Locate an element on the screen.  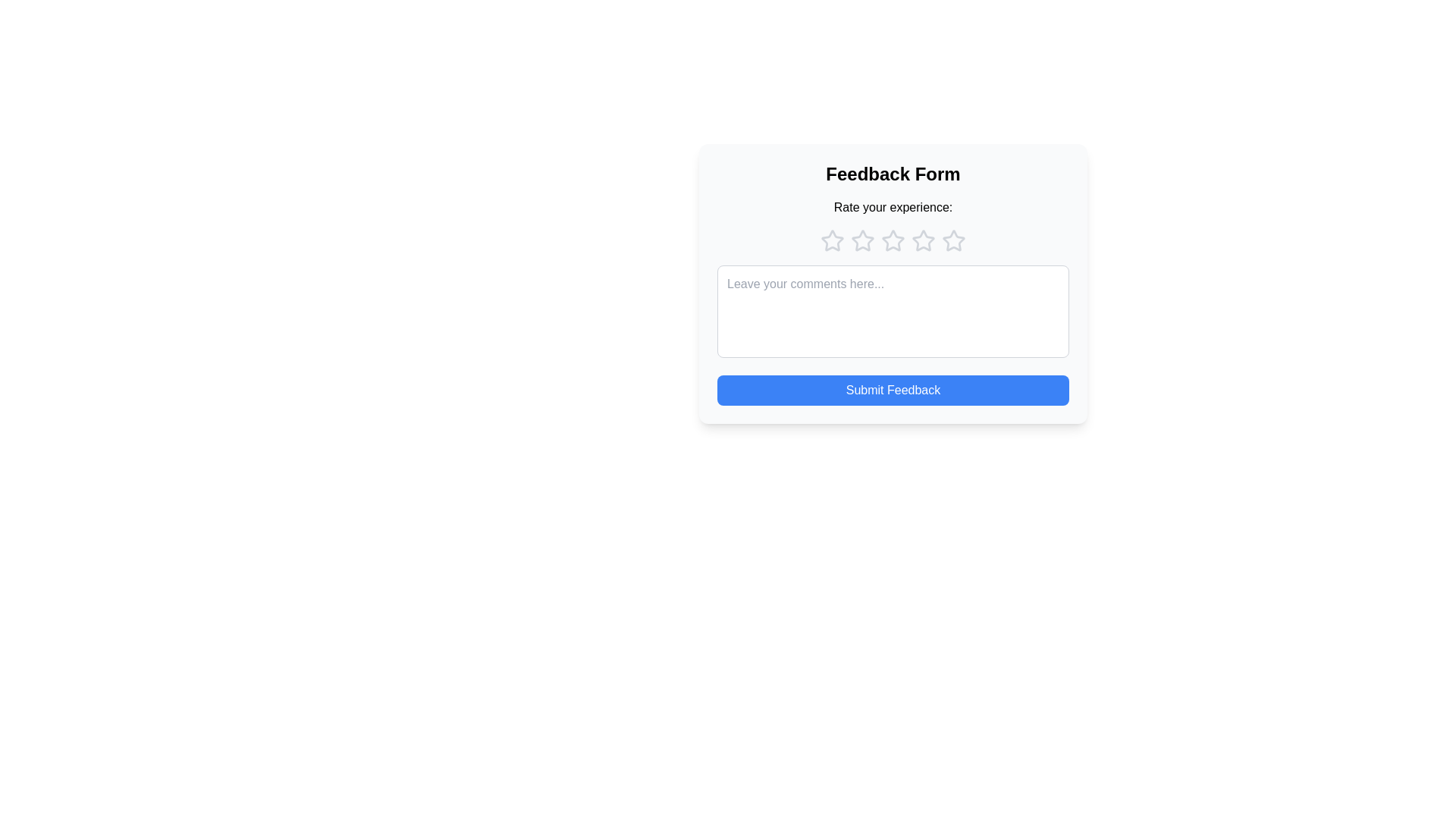
text displayed in the heading that says 'Feedback Form', which is the title at the top of the feedback form is located at coordinates (893, 174).